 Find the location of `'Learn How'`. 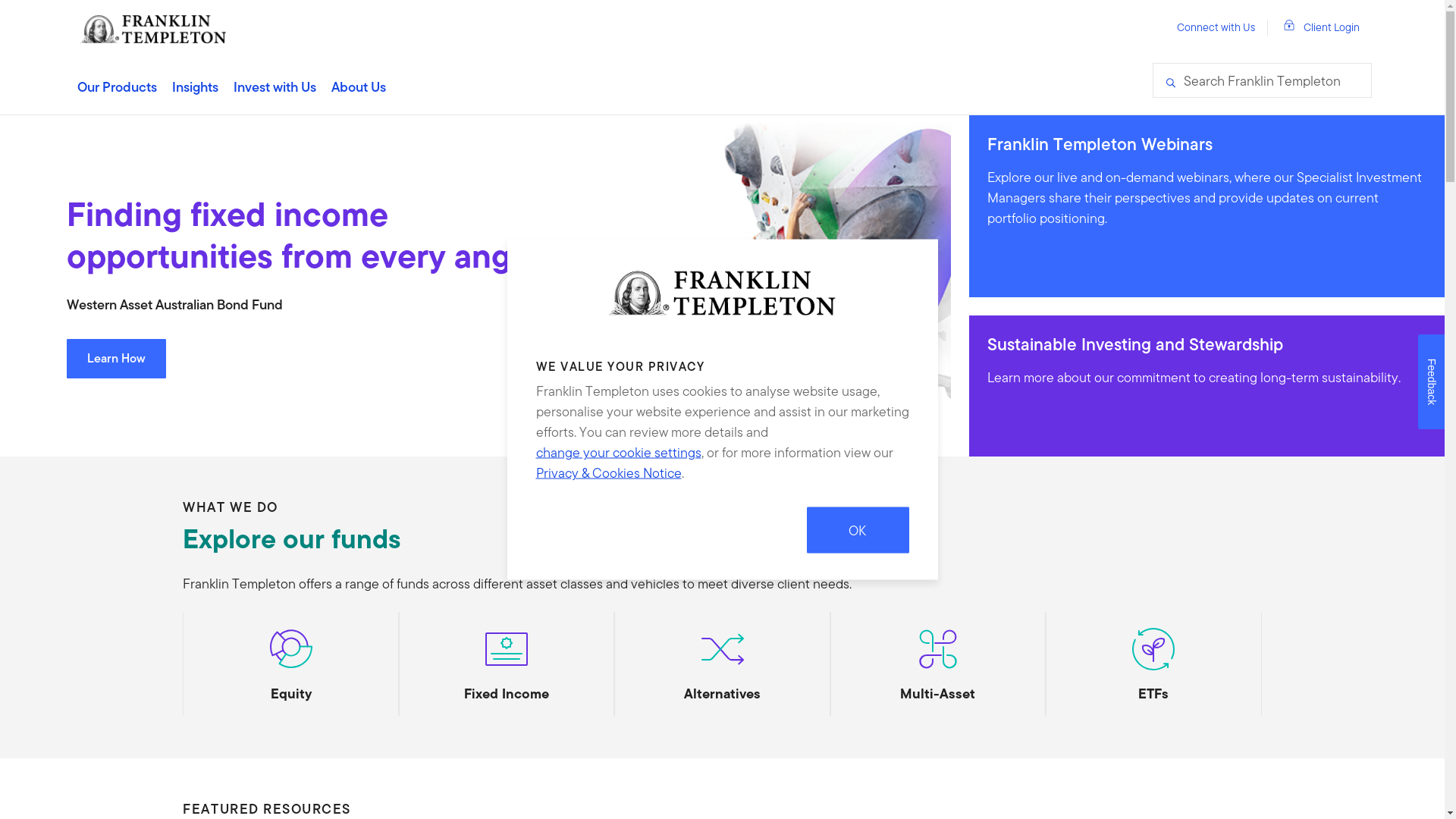

'Learn How' is located at coordinates (115, 359).